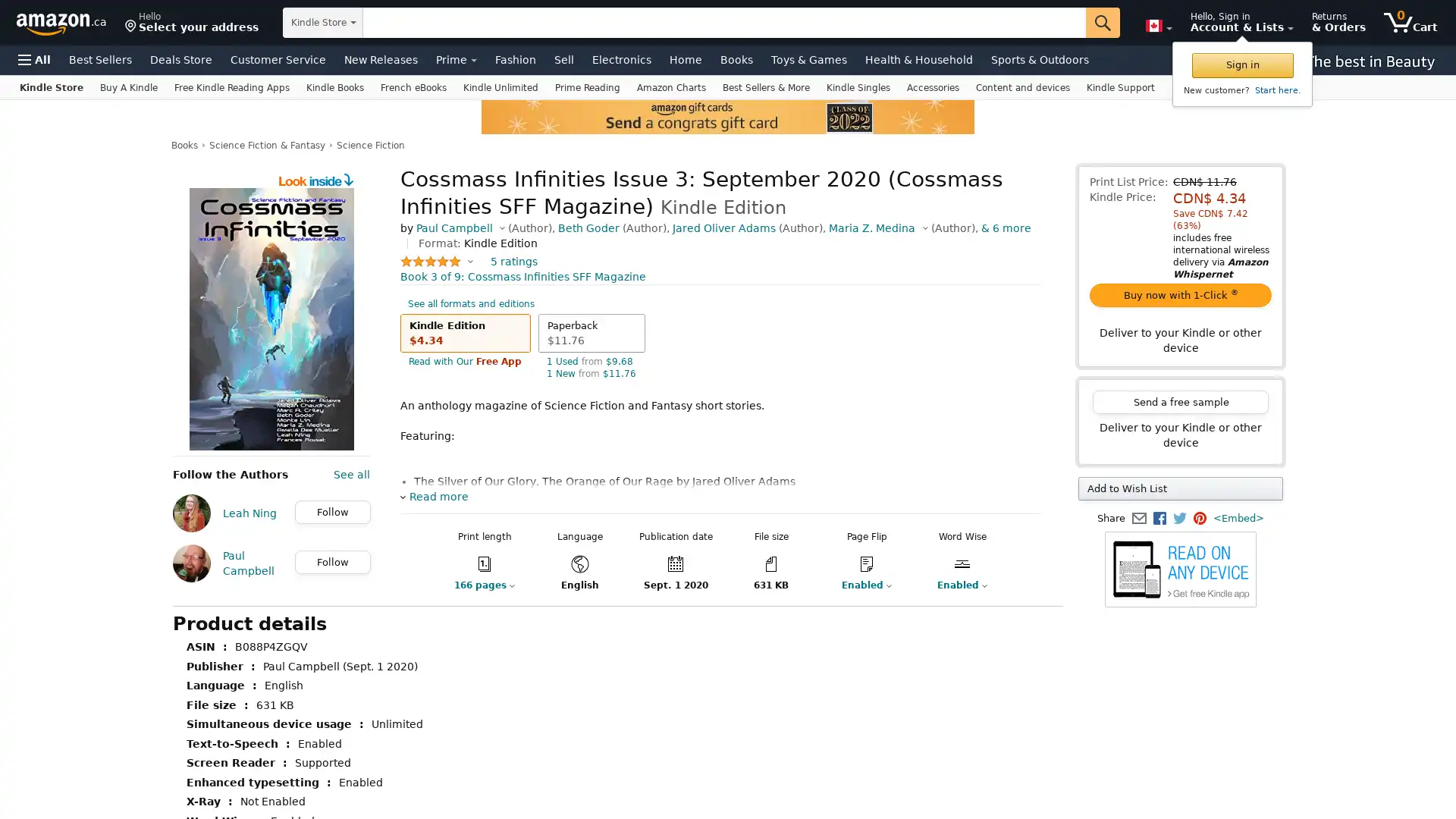 The width and height of the screenshot is (1456, 819). Describe the element at coordinates (34, 58) in the screenshot. I see `Open Menu` at that location.